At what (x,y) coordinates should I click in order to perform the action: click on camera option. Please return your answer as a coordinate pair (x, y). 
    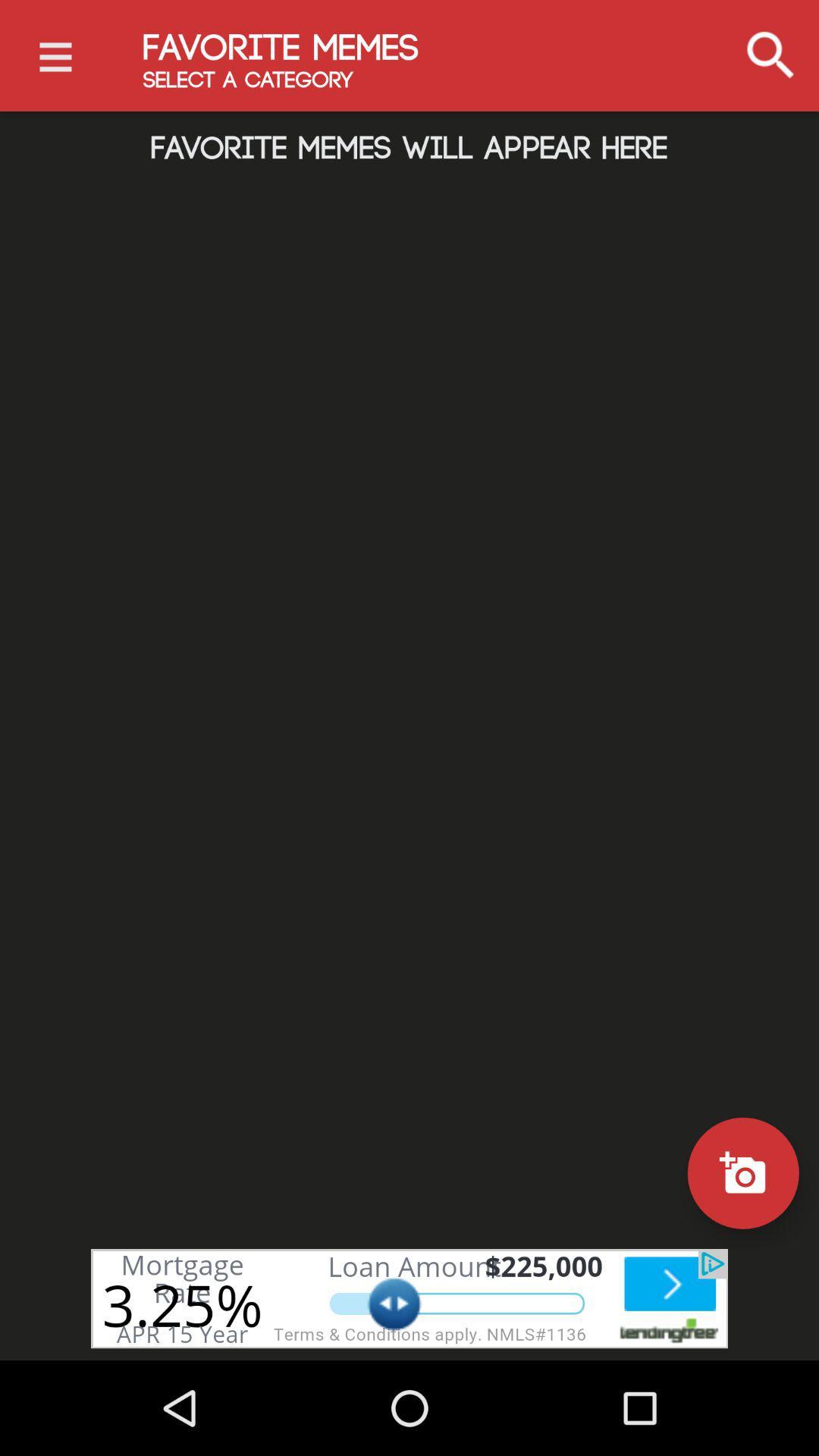
    Looking at the image, I should click on (742, 1172).